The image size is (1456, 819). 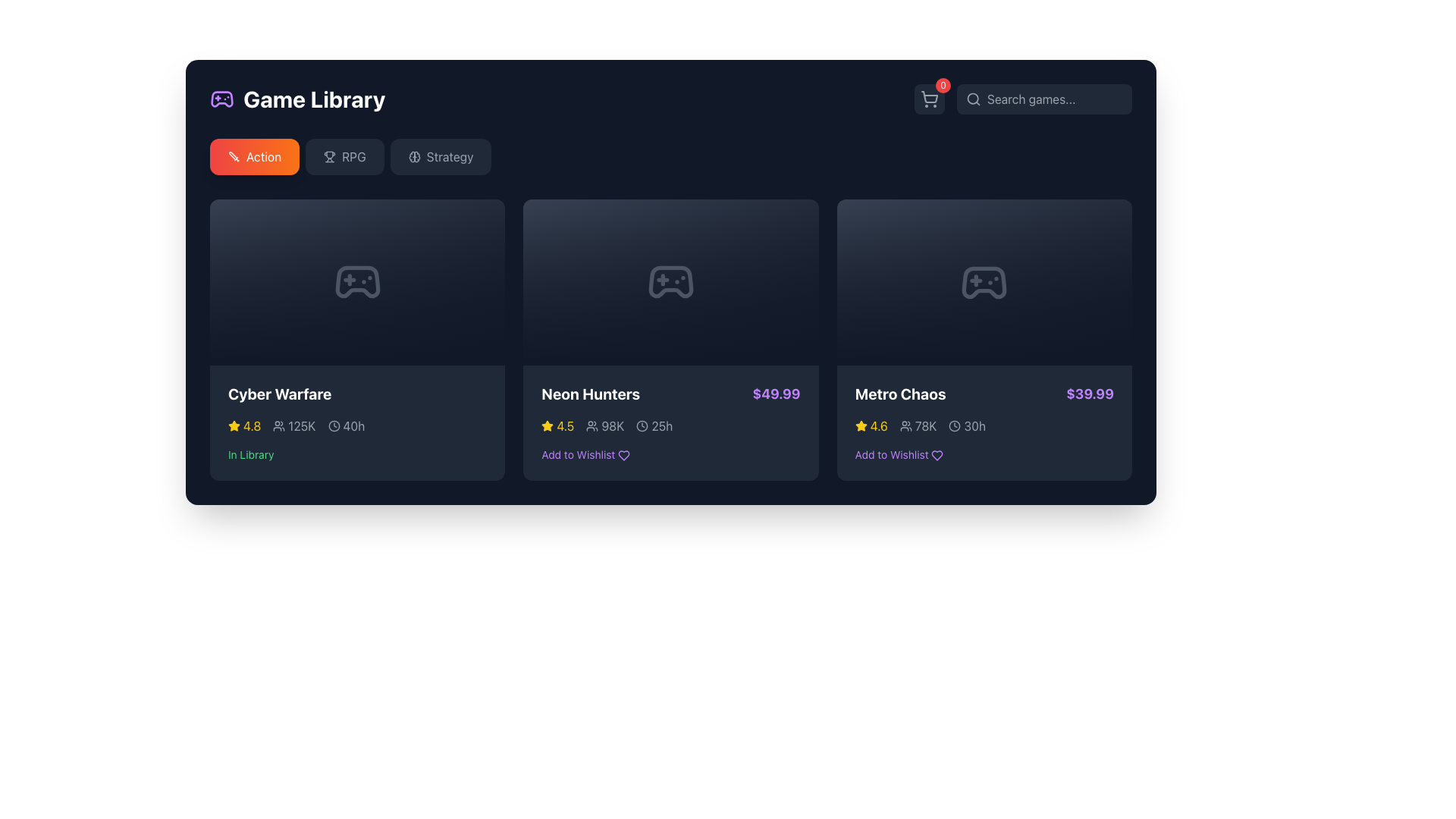 What do you see at coordinates (670, 282) in the screenshot?
I see `the game controller icon located in the second game card, which is directly above the title 'Neon Hunters' priced at $49.99` at bounding box center [670, 282].